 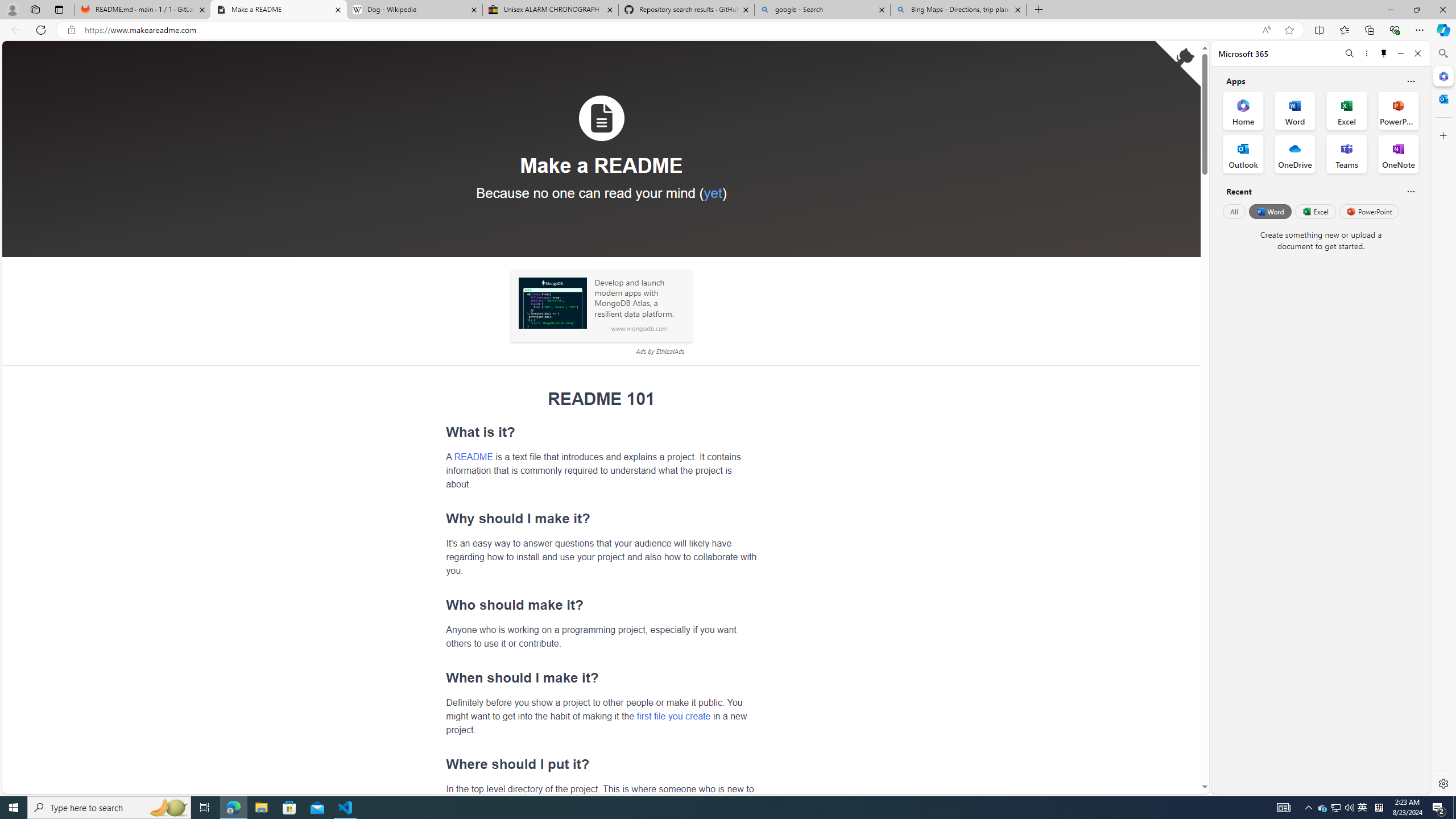 What do you see at coordinates (552, 303) in the screenshot?
I see `'Sponsored: MongoDB'` at bounding box center [552, 303].